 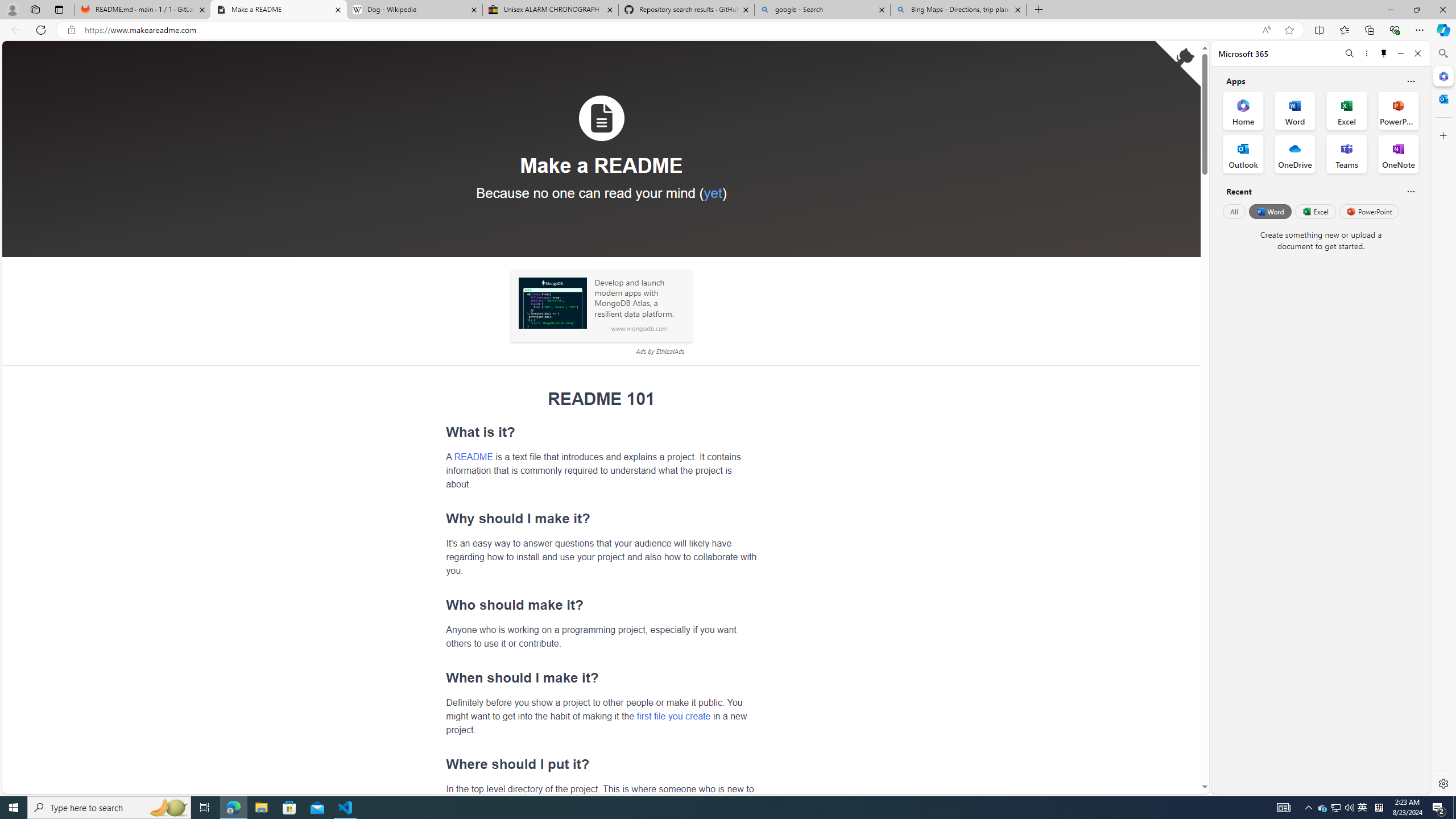 What do you see at coordinates (552, 303) in the screenshot?
I see `'Sponsored: MongoDB'` at bounding box center [552, 303].